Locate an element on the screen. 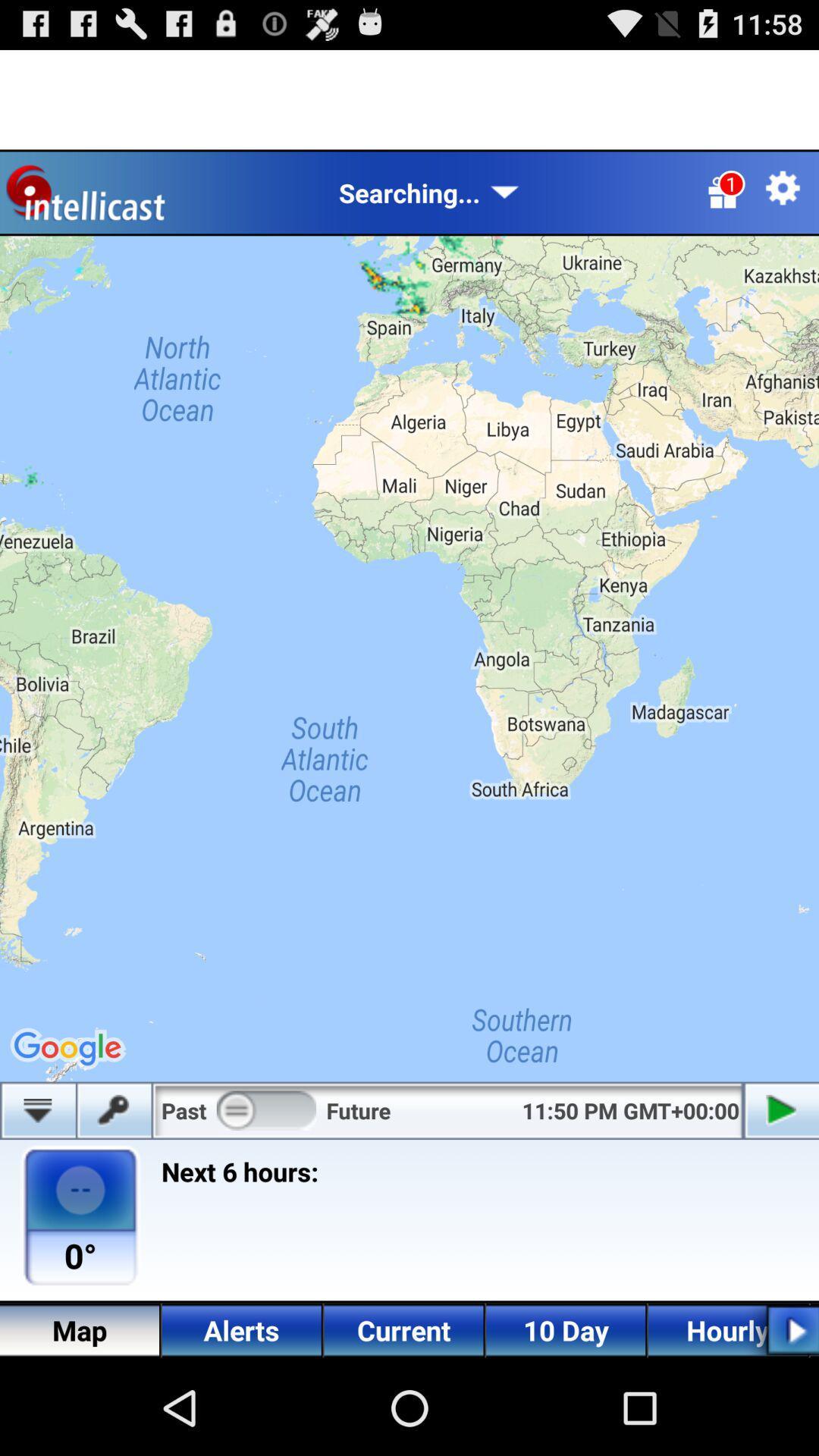  the settings icon is located at coordinates (783, 200).